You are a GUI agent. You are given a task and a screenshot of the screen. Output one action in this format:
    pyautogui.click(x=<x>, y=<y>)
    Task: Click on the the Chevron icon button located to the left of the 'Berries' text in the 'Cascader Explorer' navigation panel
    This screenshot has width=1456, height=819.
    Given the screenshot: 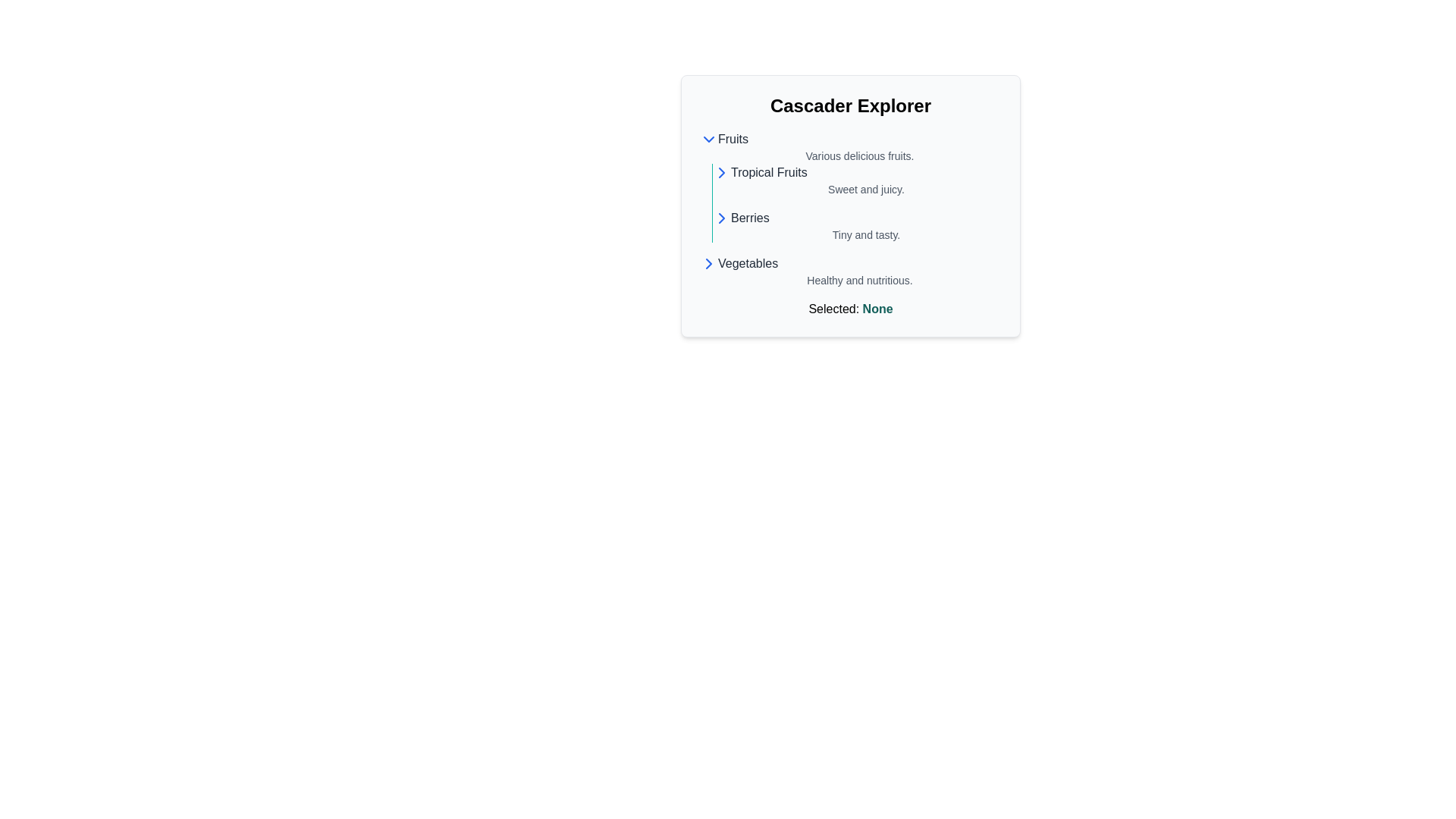 What is the action you would take?
    pyautogui.click(x=720, y=218)
    